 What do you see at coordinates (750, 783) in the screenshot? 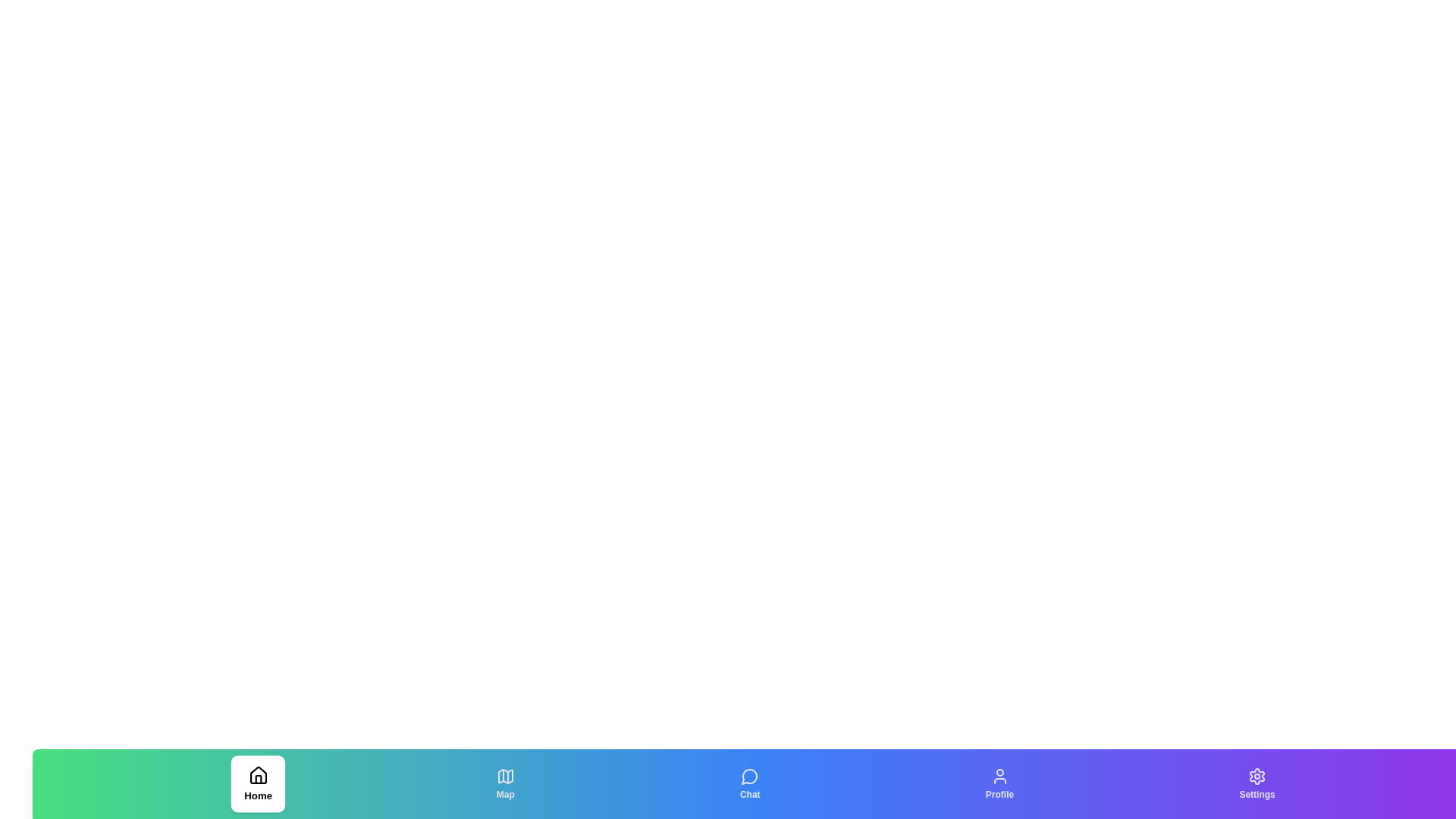
I see `the Chat tab to observe the hover effect` at bounding box center [750, 783].